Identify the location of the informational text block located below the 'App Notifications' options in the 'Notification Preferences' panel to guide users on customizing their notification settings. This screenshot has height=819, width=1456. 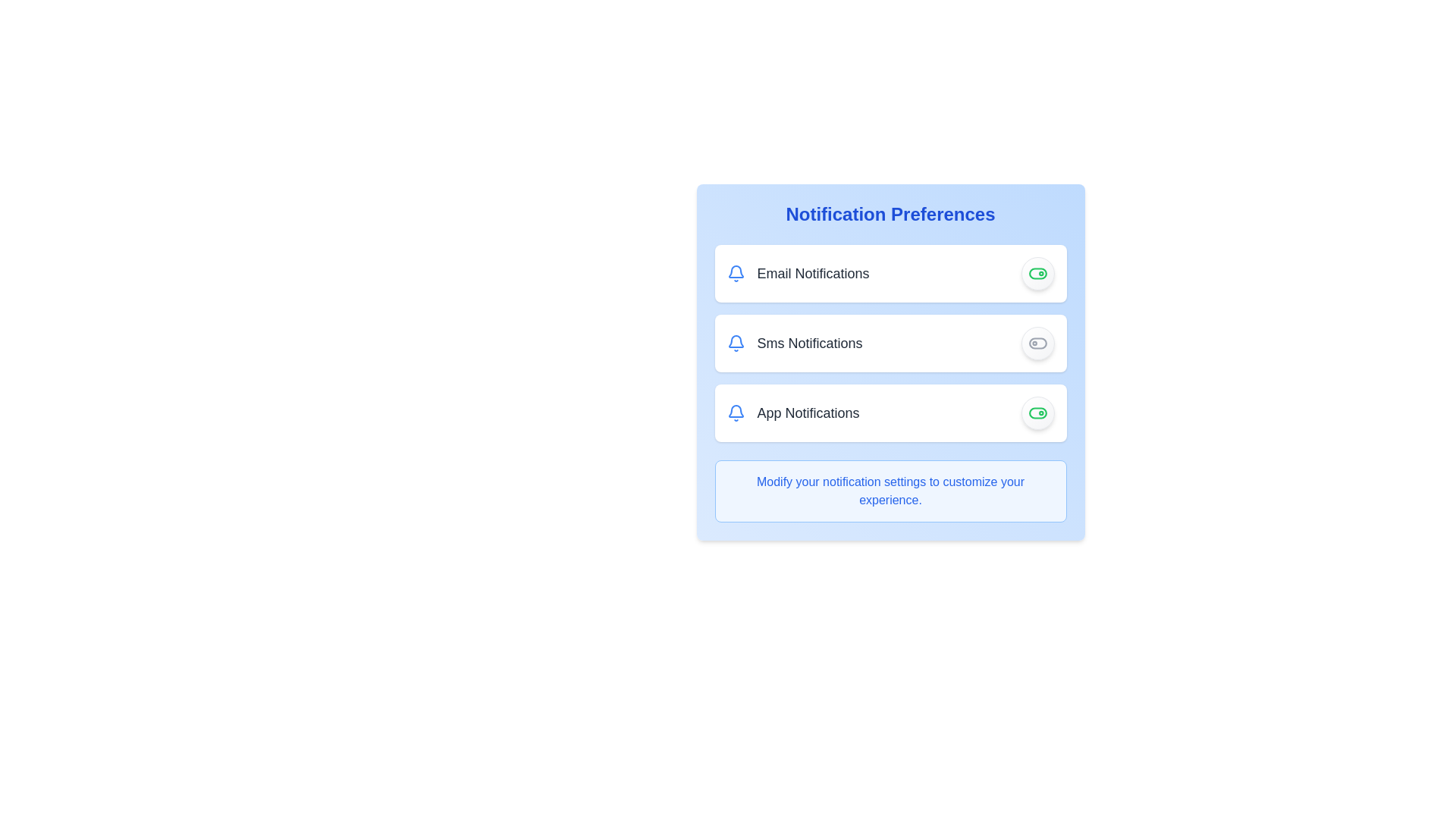
(890, 491).